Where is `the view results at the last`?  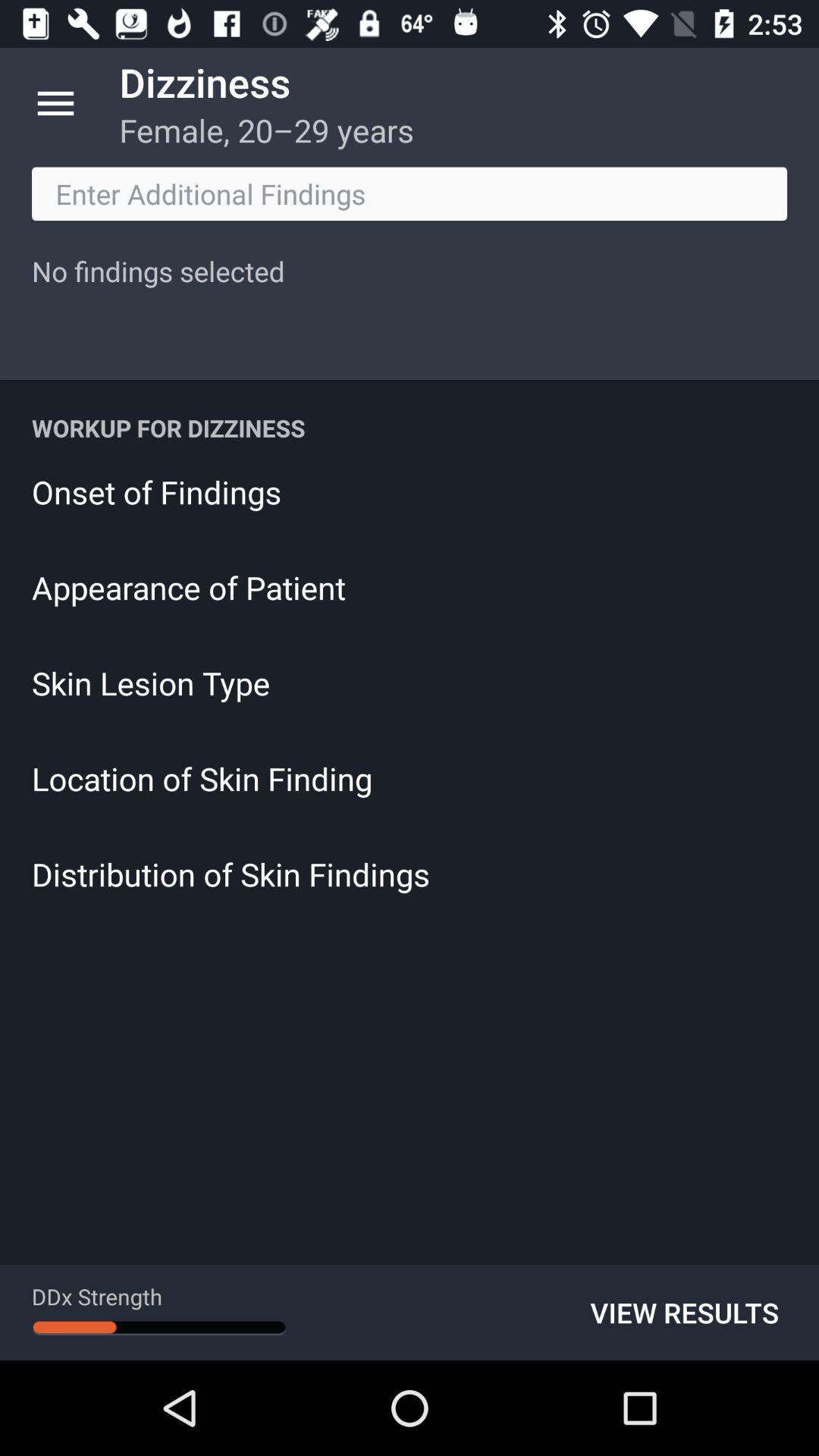
the view results at the last is located at coordinates (684, 1312).